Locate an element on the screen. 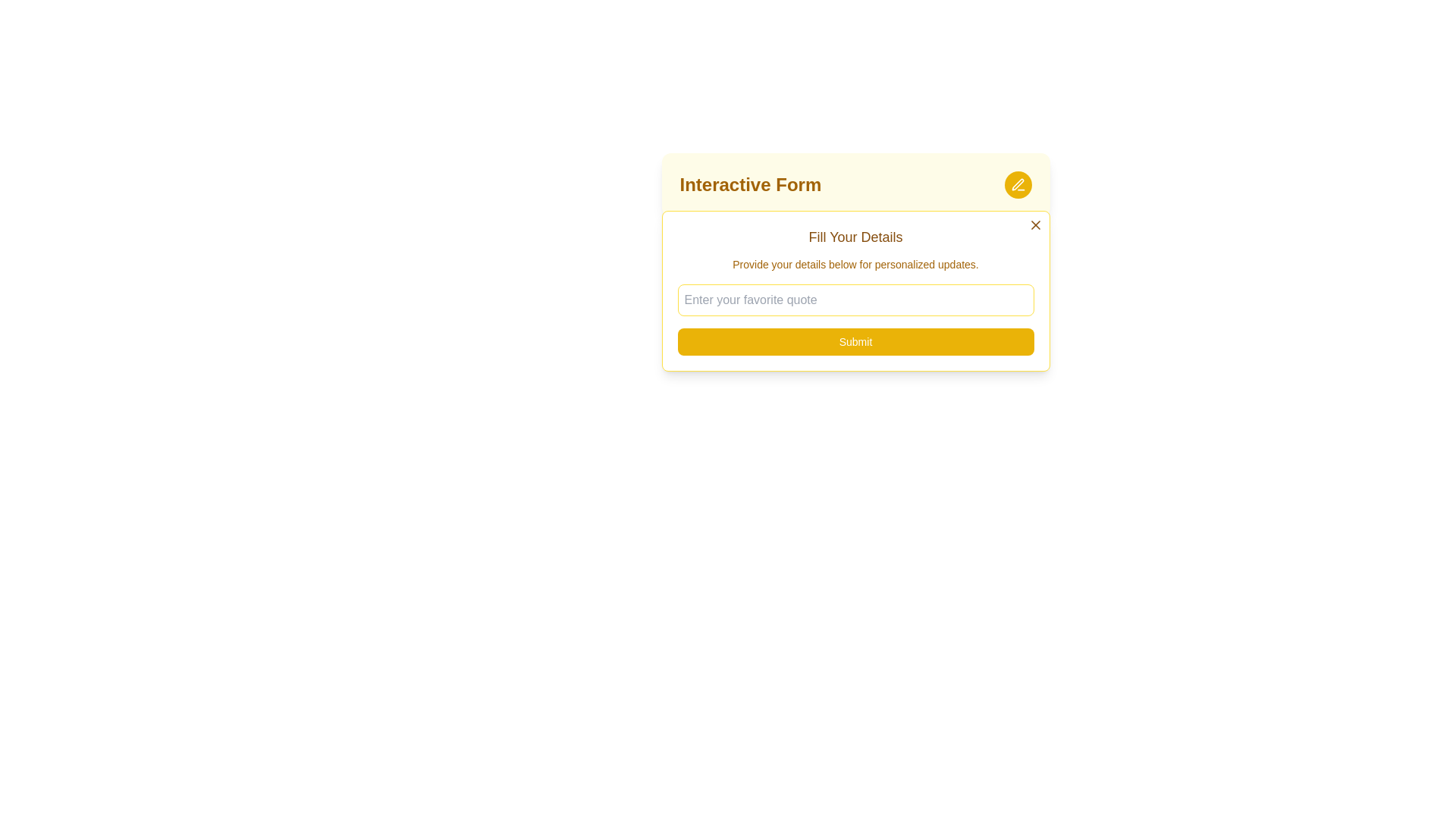  the close button located at the top-right corner of the 'Fill Your Details' form is located at coordinates (1034, 225).